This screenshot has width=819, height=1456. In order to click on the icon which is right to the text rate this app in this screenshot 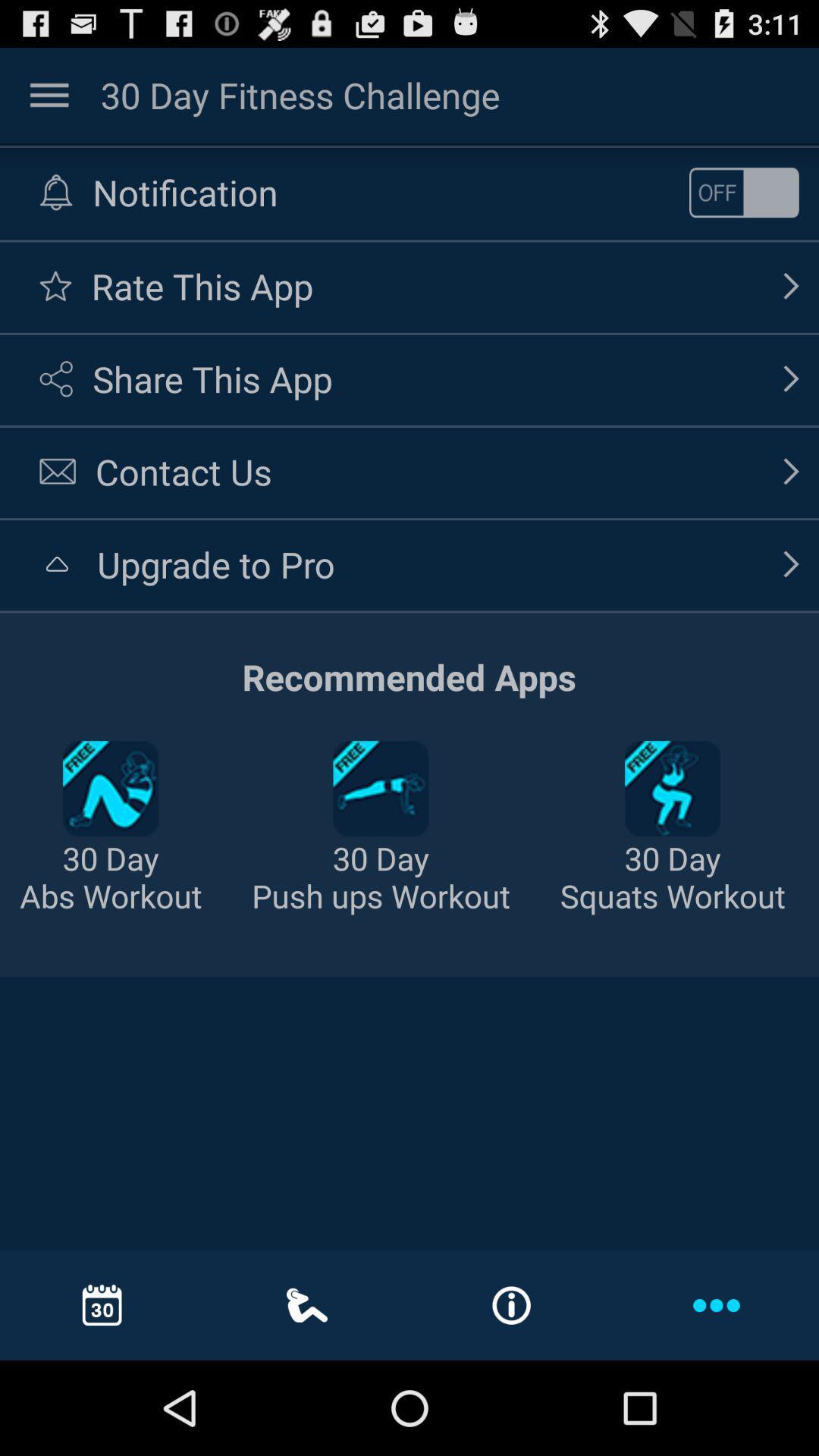, I will do `click(791, 286)`.